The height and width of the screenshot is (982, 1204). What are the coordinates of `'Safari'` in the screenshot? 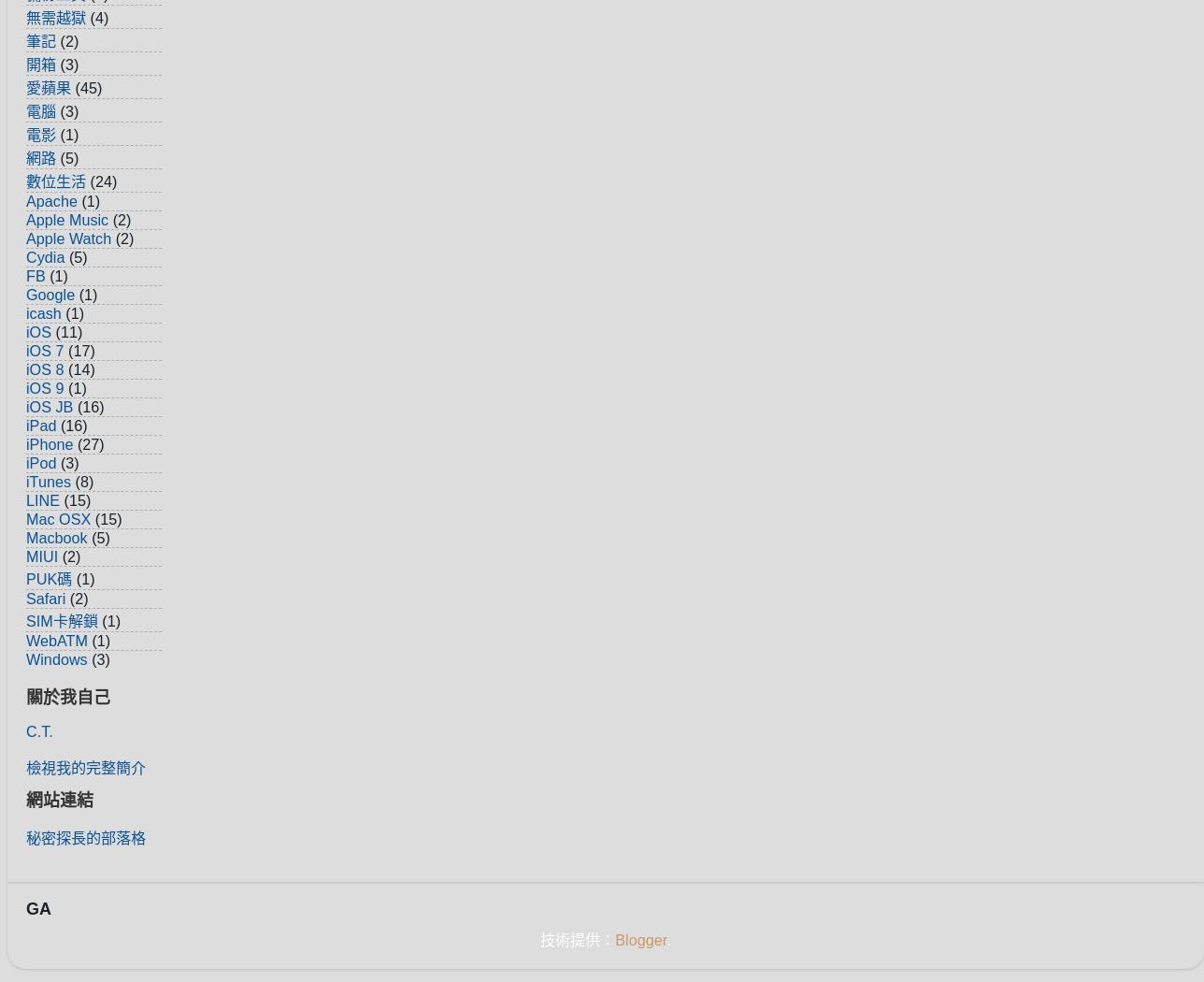 It's located at (45, 597).